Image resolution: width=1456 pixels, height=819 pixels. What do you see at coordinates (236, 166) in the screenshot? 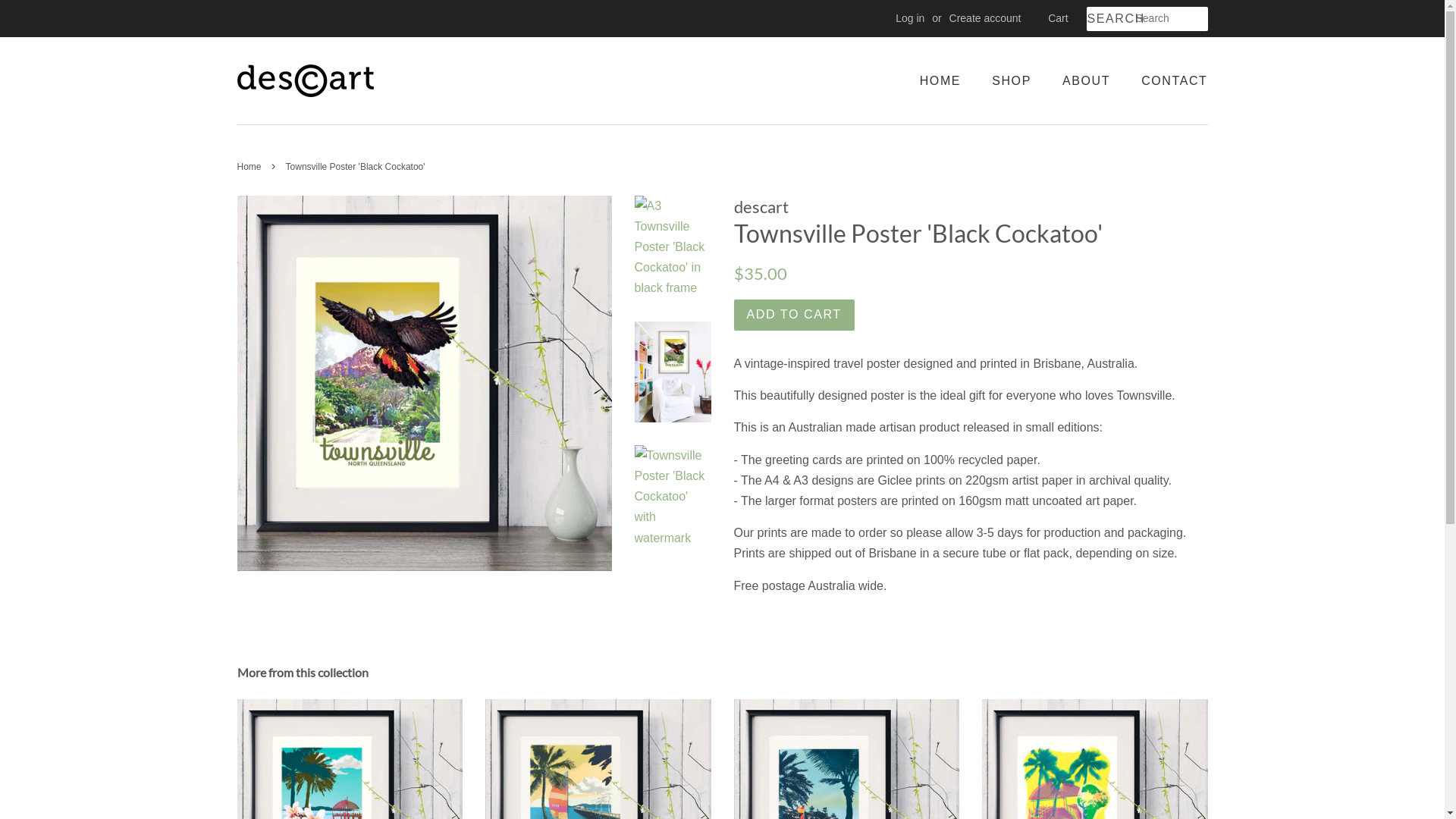
I see `'Home'` at bounding box center [236, 166].